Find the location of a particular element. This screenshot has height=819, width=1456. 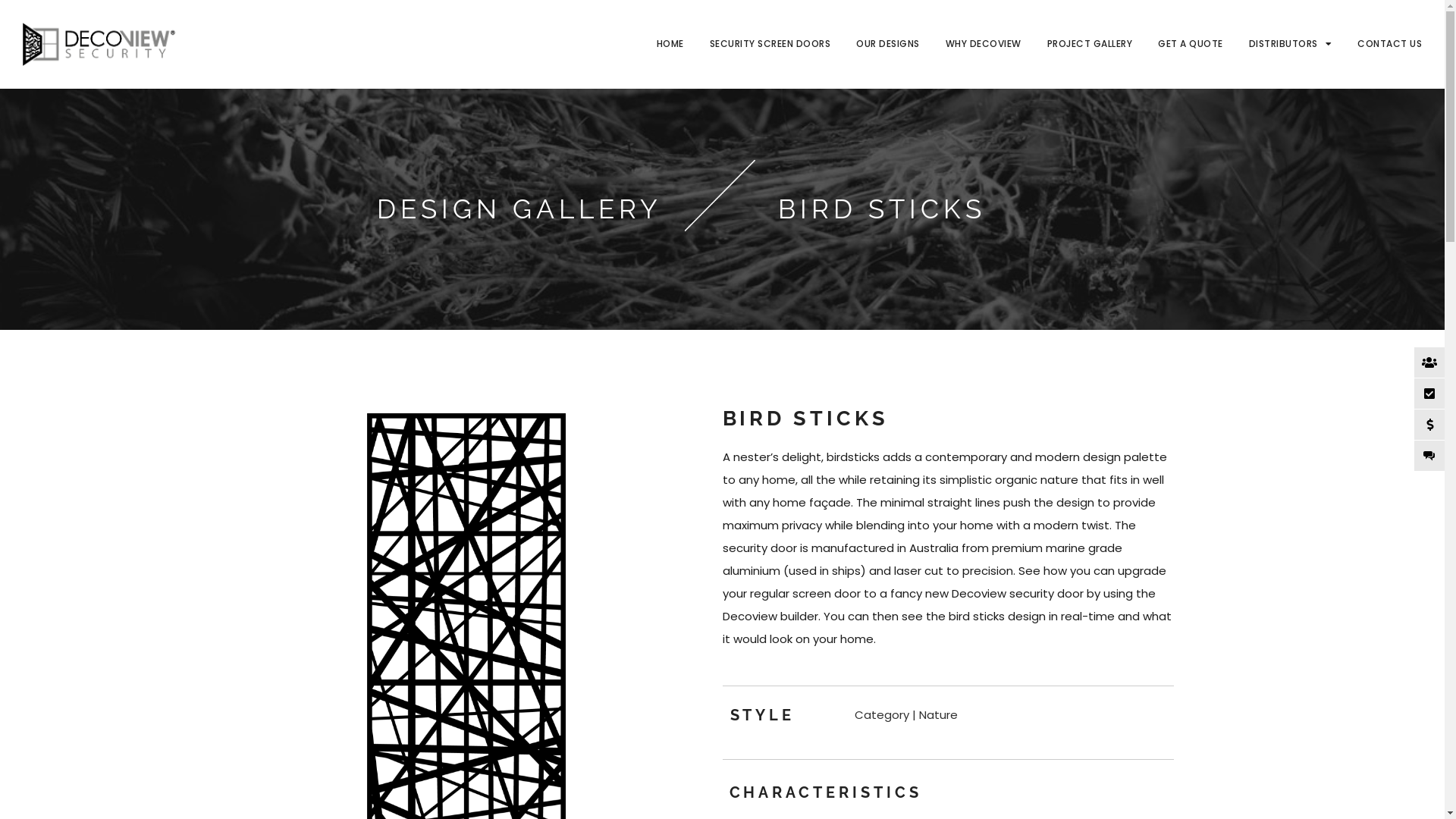

'GET A QUOTE' is located at coordinates (1189, 42).